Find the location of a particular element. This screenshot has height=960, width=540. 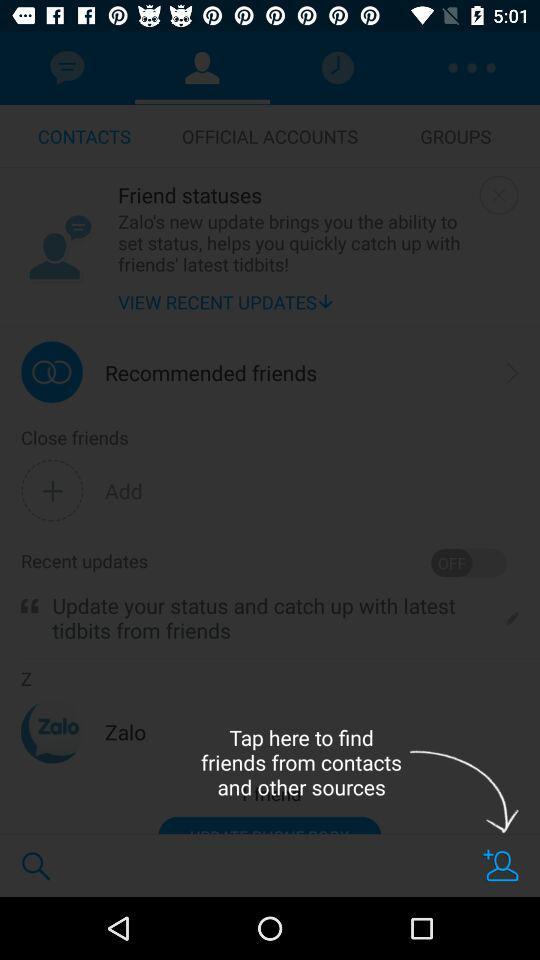

the friend statuses item is located at coordinates (293, 194).